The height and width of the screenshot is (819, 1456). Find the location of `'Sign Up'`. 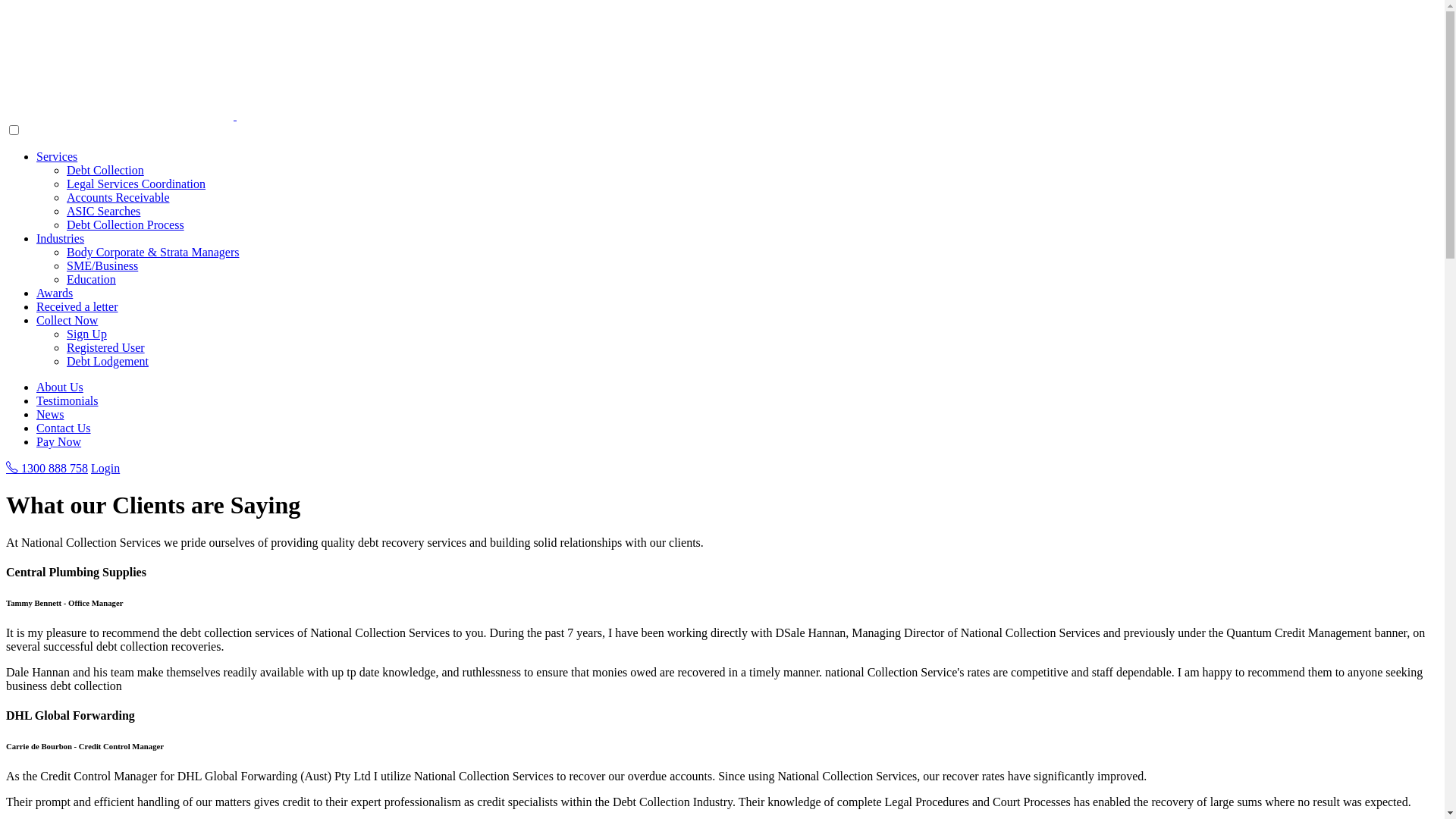

'Sign Up' is located at coordinates (86, 333).